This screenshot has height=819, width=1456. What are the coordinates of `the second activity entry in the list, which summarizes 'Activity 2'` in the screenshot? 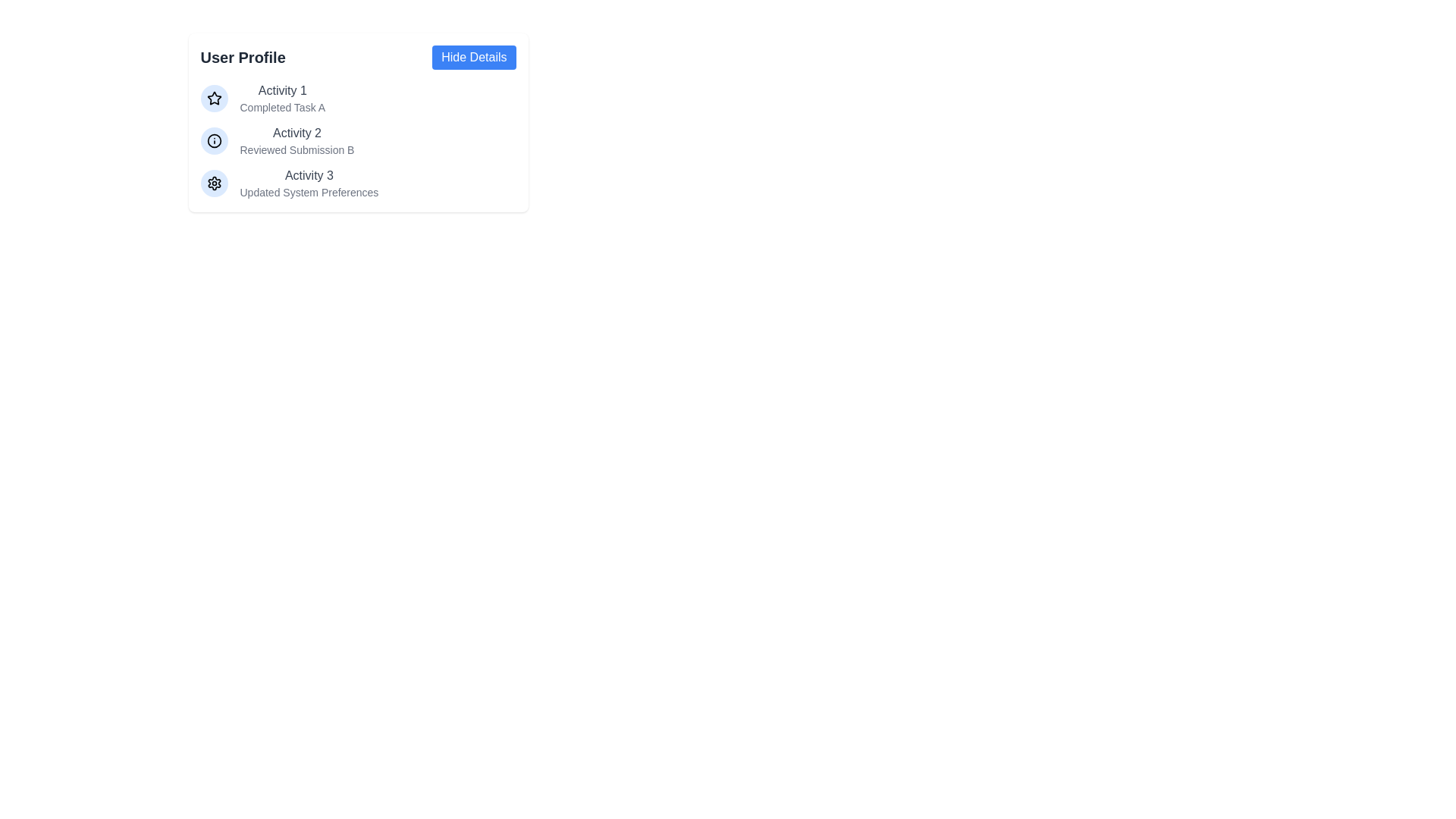 It's located at (357, 140).